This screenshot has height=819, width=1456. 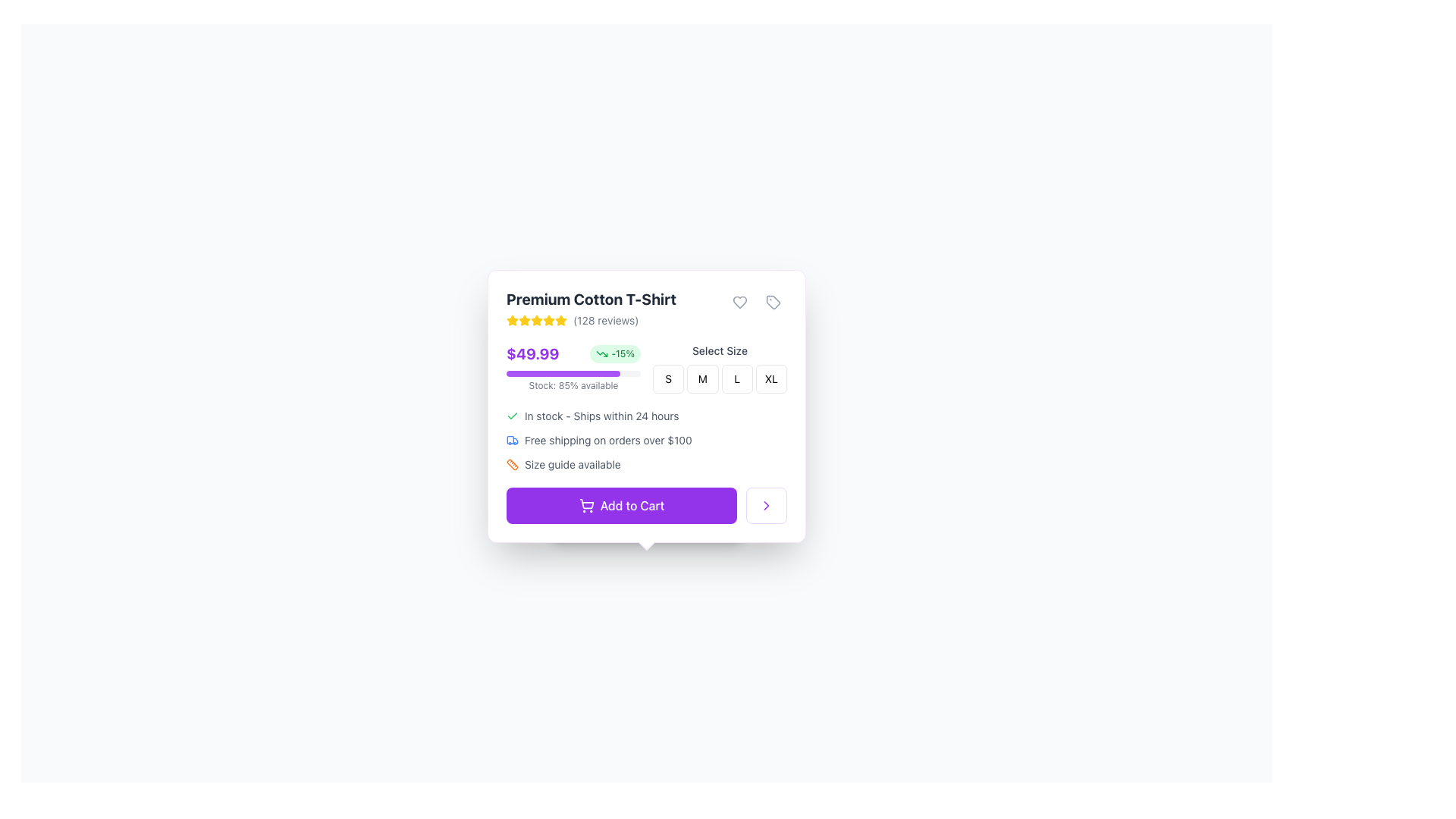 What do you see at coordinates (560, 319) in the screenshot?
I see `the leftmost star-shaped icon filled with yellow color in the rating section under 'Premium Cotton T-Shirt'` at bounding box center [560, 319].